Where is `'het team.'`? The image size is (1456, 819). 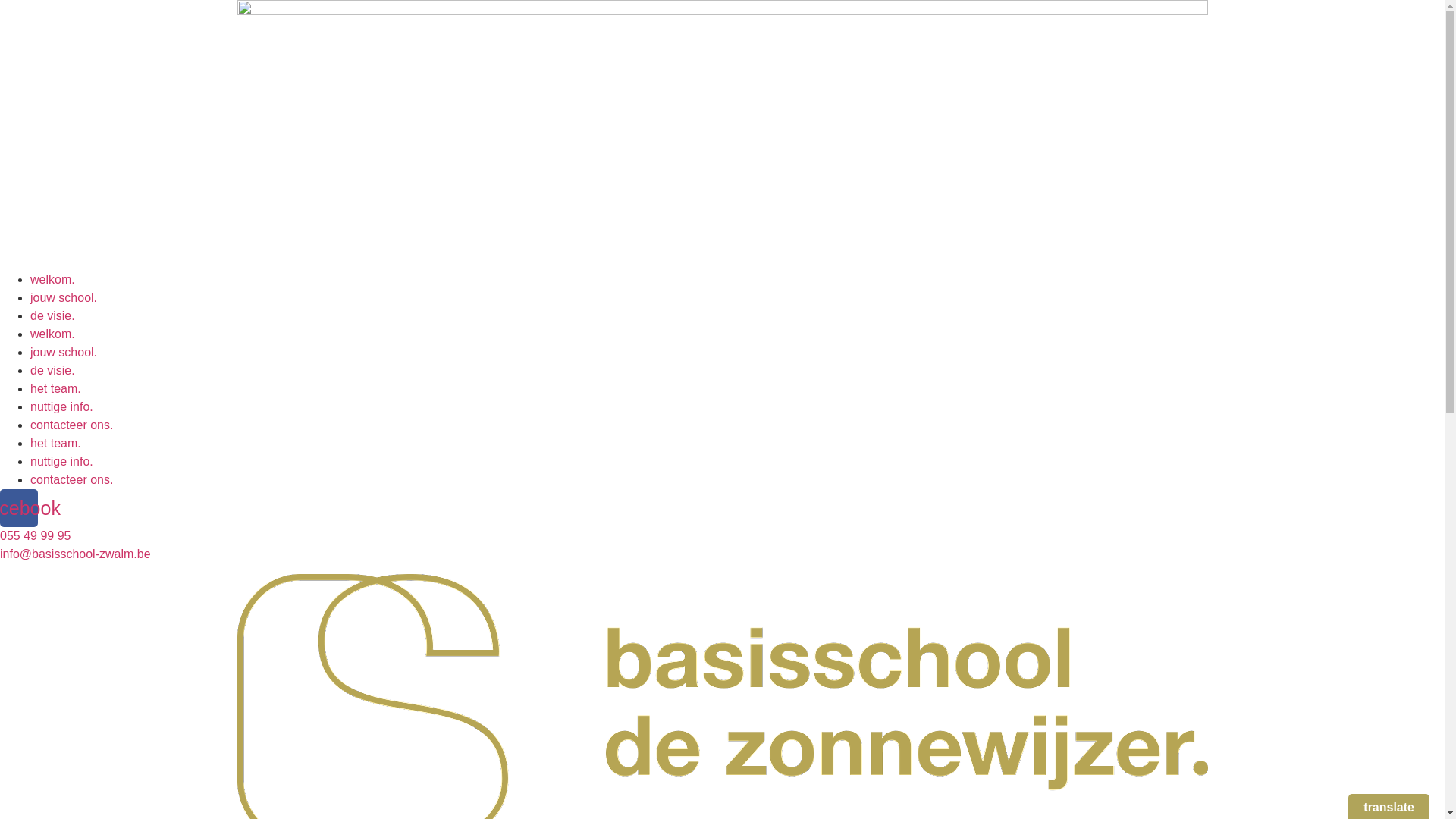 'het team.' is located at coordinates (30, 443).